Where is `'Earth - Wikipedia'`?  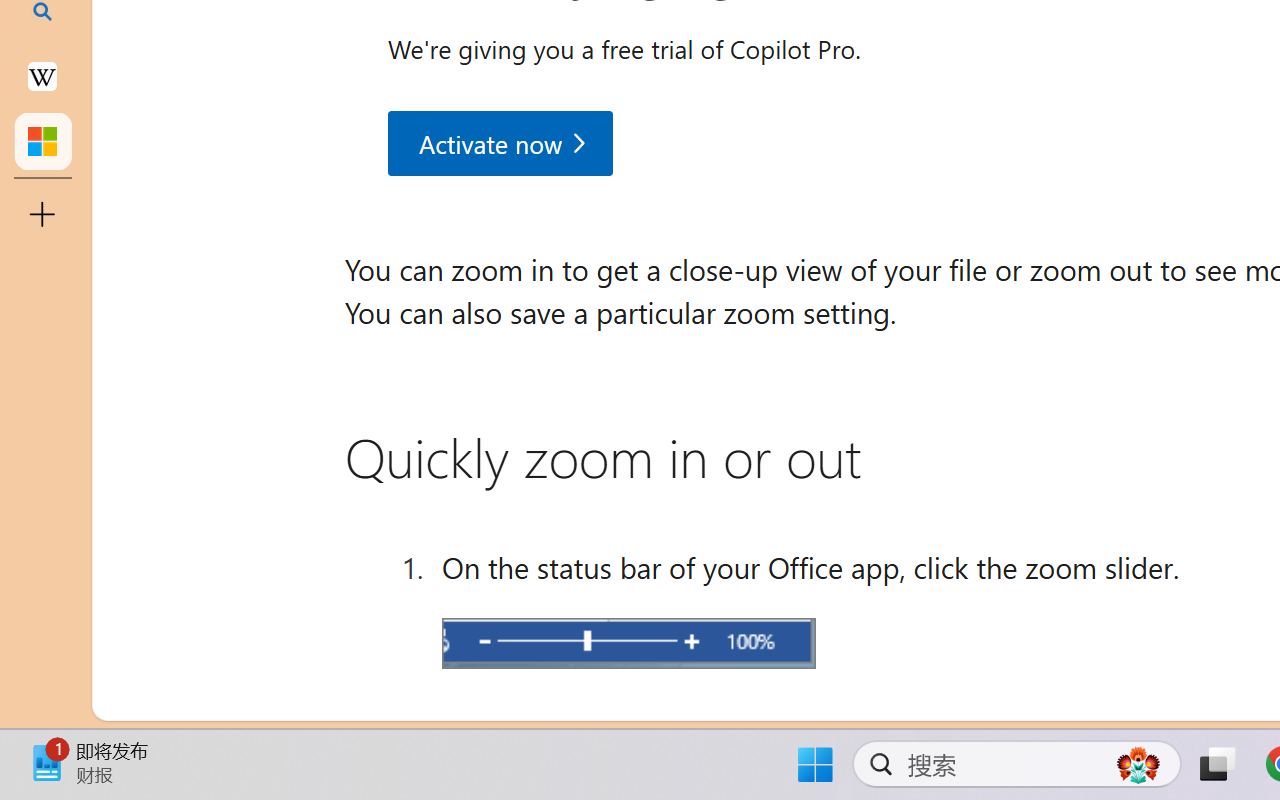
'Earth - Wikipedia' is located at coordinates (42, 76).